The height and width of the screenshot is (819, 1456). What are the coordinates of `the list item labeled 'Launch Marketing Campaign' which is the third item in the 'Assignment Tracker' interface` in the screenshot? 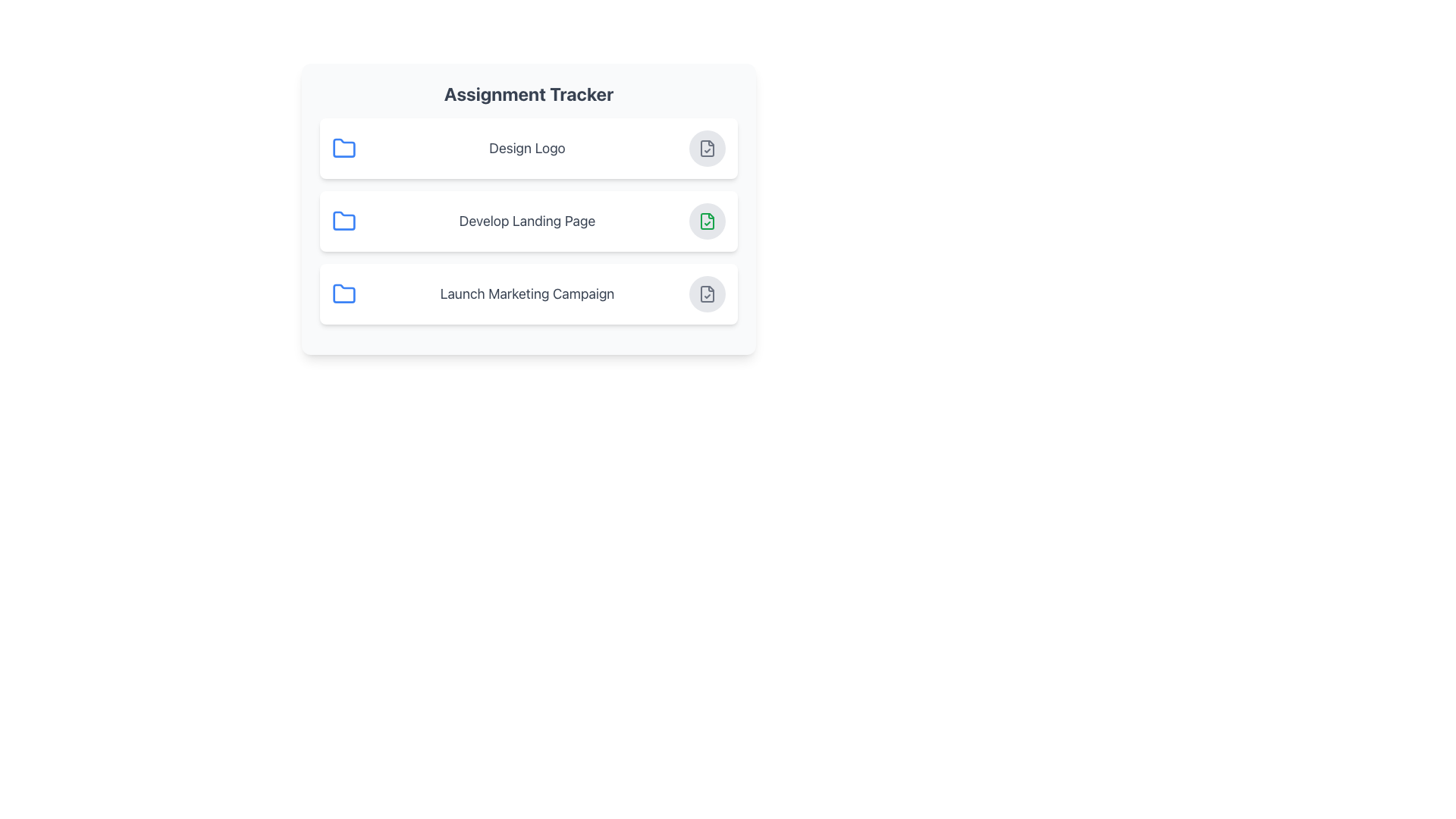 It's located at (529, 294).